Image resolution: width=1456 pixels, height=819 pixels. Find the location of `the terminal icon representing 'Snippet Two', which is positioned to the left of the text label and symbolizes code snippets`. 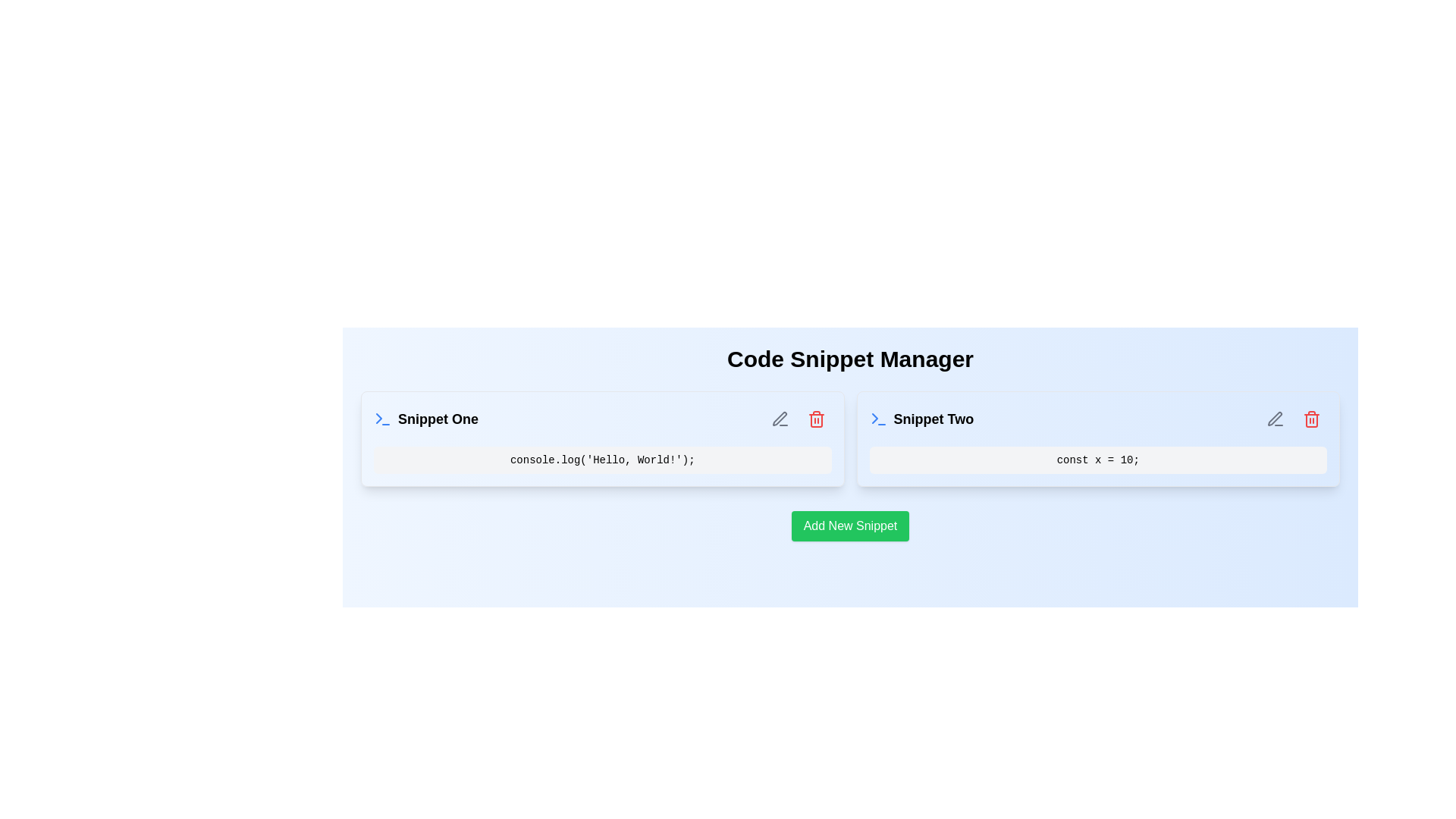

the terminal icon representing 'Snippet Two', which is positioned to the left of the text label and symbolizes code snippets is located at coordinates (878, 419).